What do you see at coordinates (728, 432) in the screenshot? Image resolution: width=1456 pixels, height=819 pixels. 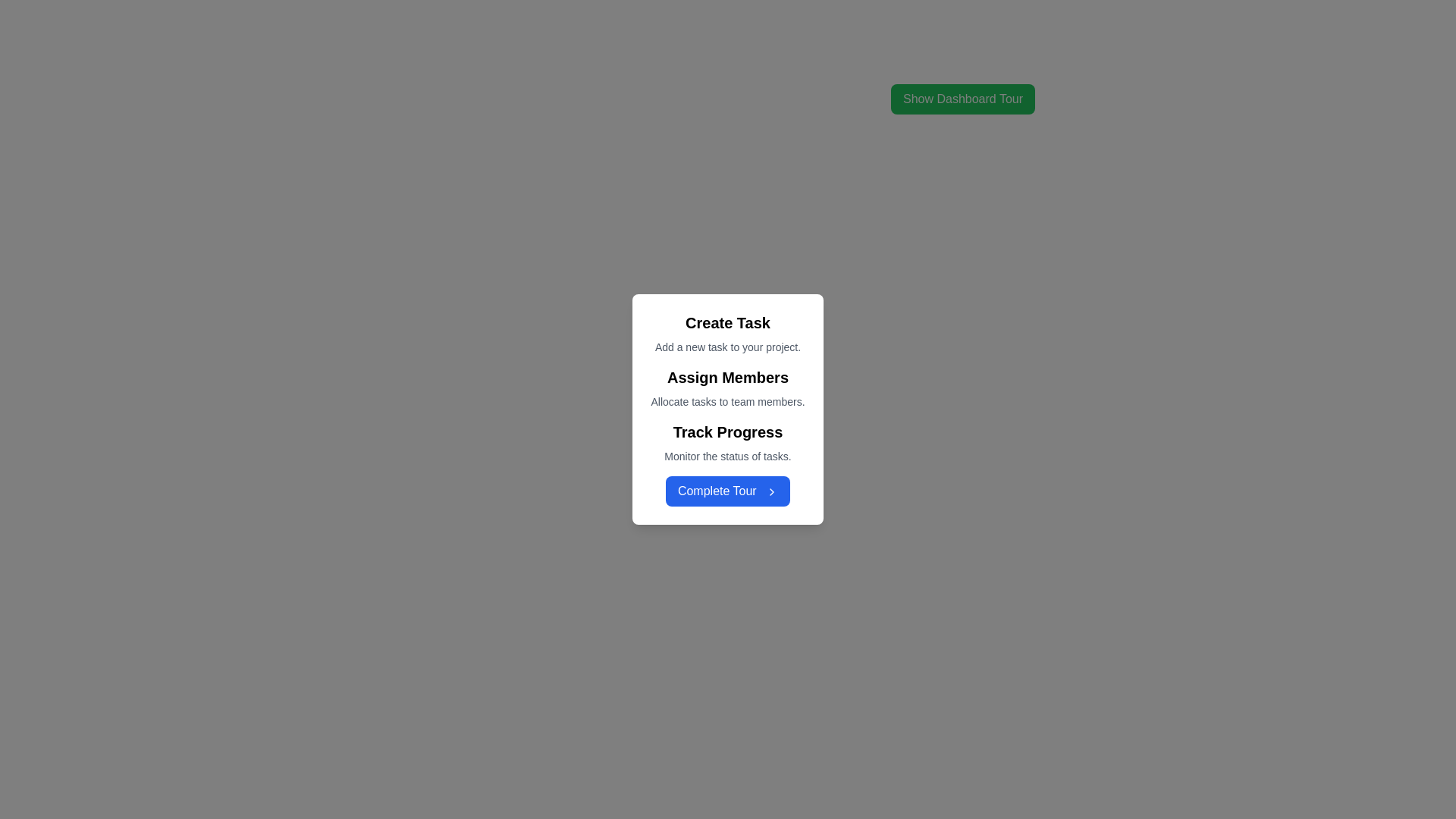 I see `the text label that serves as the title for the section related to tracking task progress, located within a card-style design` at bounding box center [728, 432].